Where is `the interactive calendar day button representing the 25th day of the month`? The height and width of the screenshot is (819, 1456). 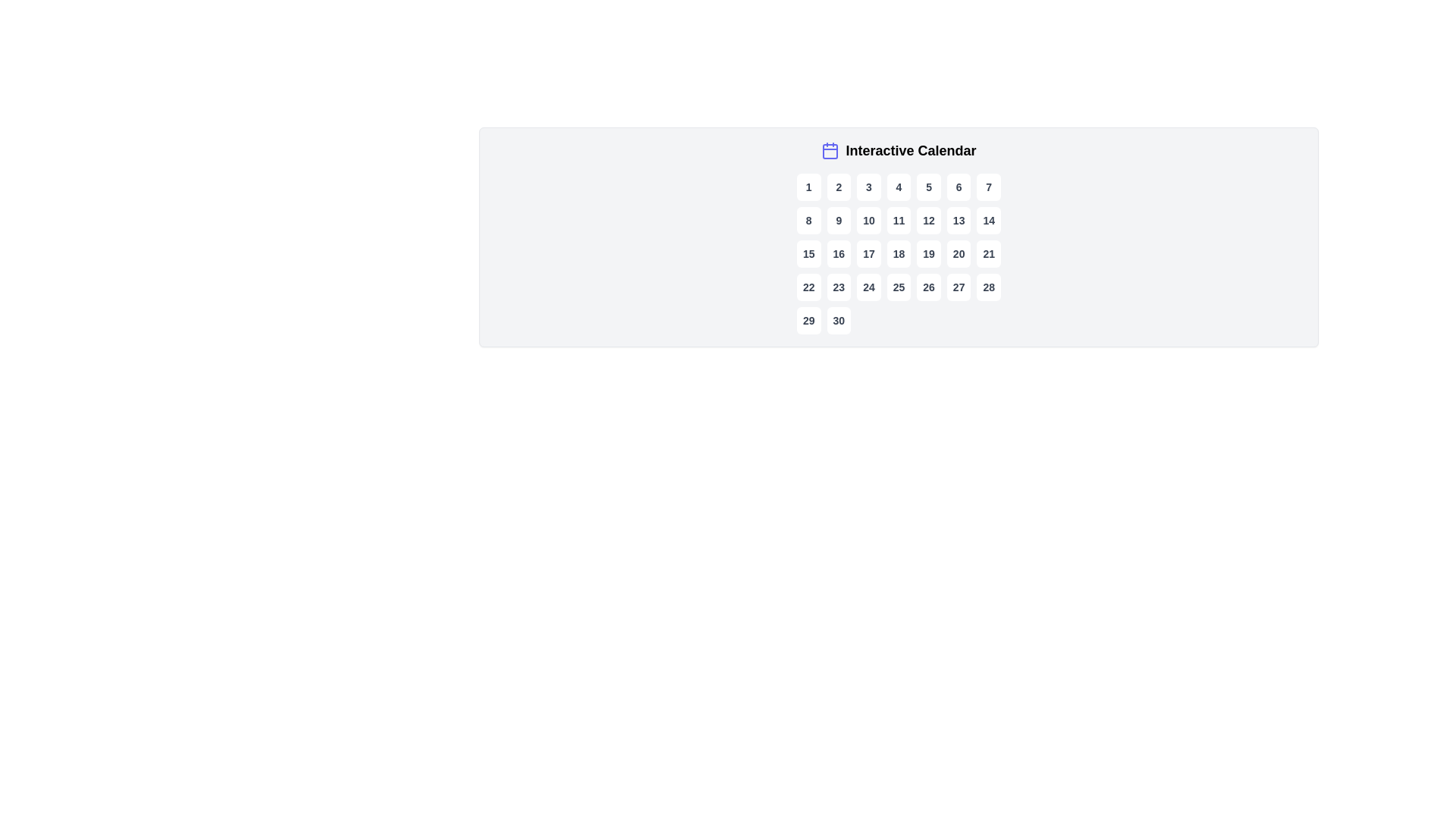
the interactive calendar day button representing the 25th day of the month is located at coordinates (899, 287).